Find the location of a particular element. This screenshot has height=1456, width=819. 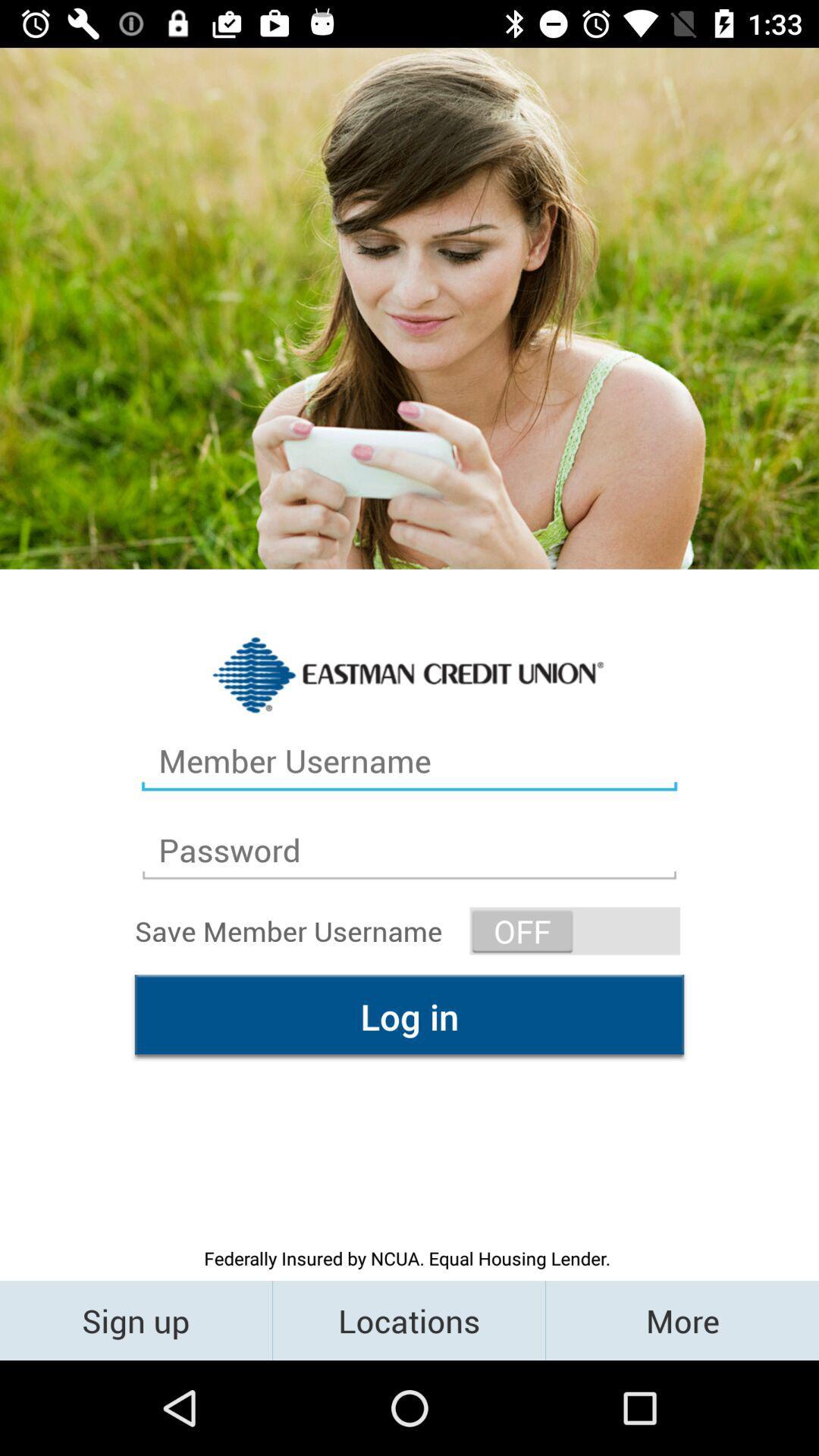

the log in item is located at coordinates (409, 1016).